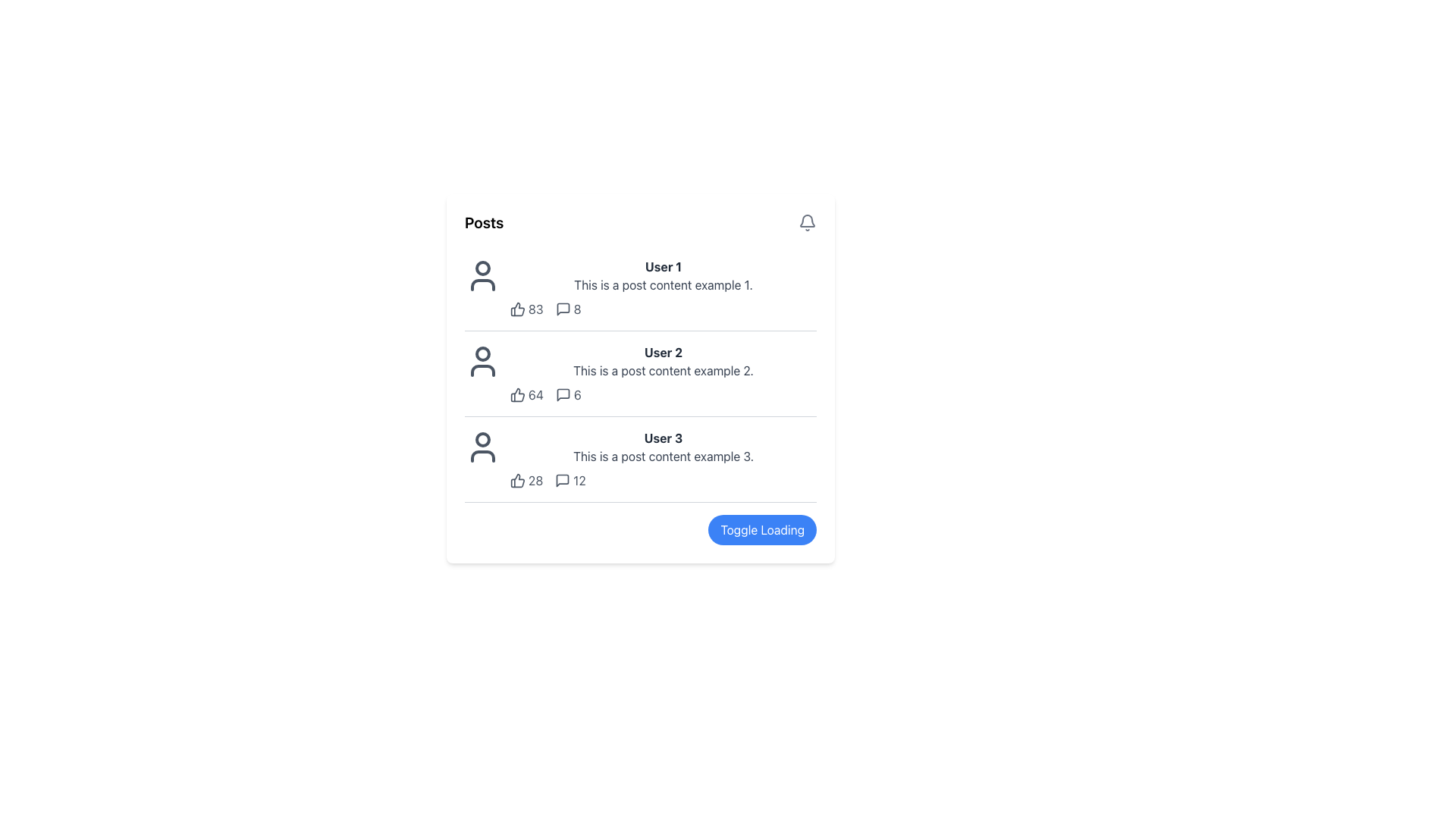 The height and width of the screenshot is (819, 1456). What do you see at coordinates (663, 371) in the screenshot?
I see `the text displaying 'This is a post content example 2.' located in the second post of a vertical list, below 'User 2' and above interaction counts` at bounding box center [663, 371].